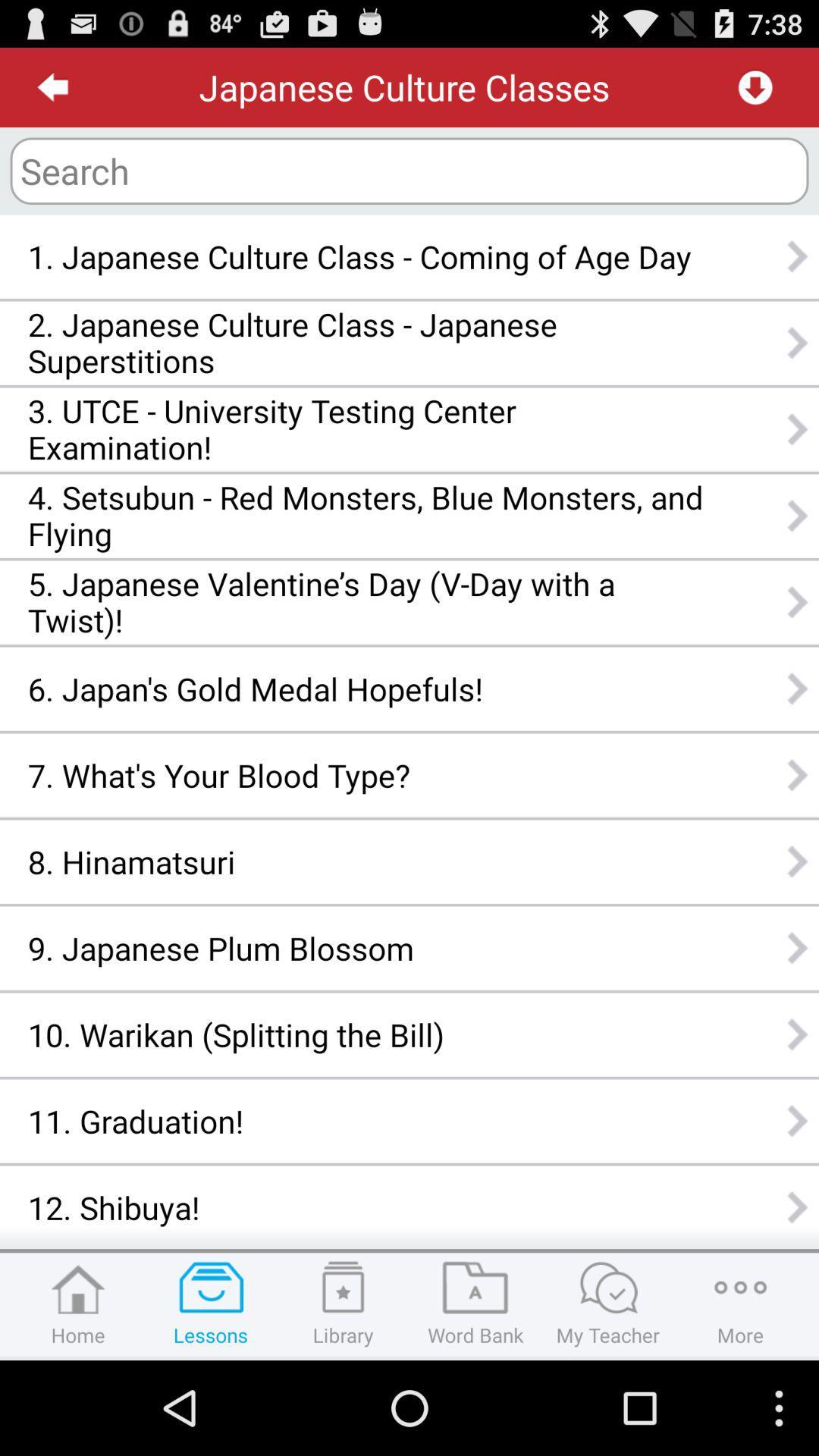 The image size is (819, 1456). Describe the element at coordinates (366, 1207) in the screenshot. I see `the app below 11. graduation!` at that location.